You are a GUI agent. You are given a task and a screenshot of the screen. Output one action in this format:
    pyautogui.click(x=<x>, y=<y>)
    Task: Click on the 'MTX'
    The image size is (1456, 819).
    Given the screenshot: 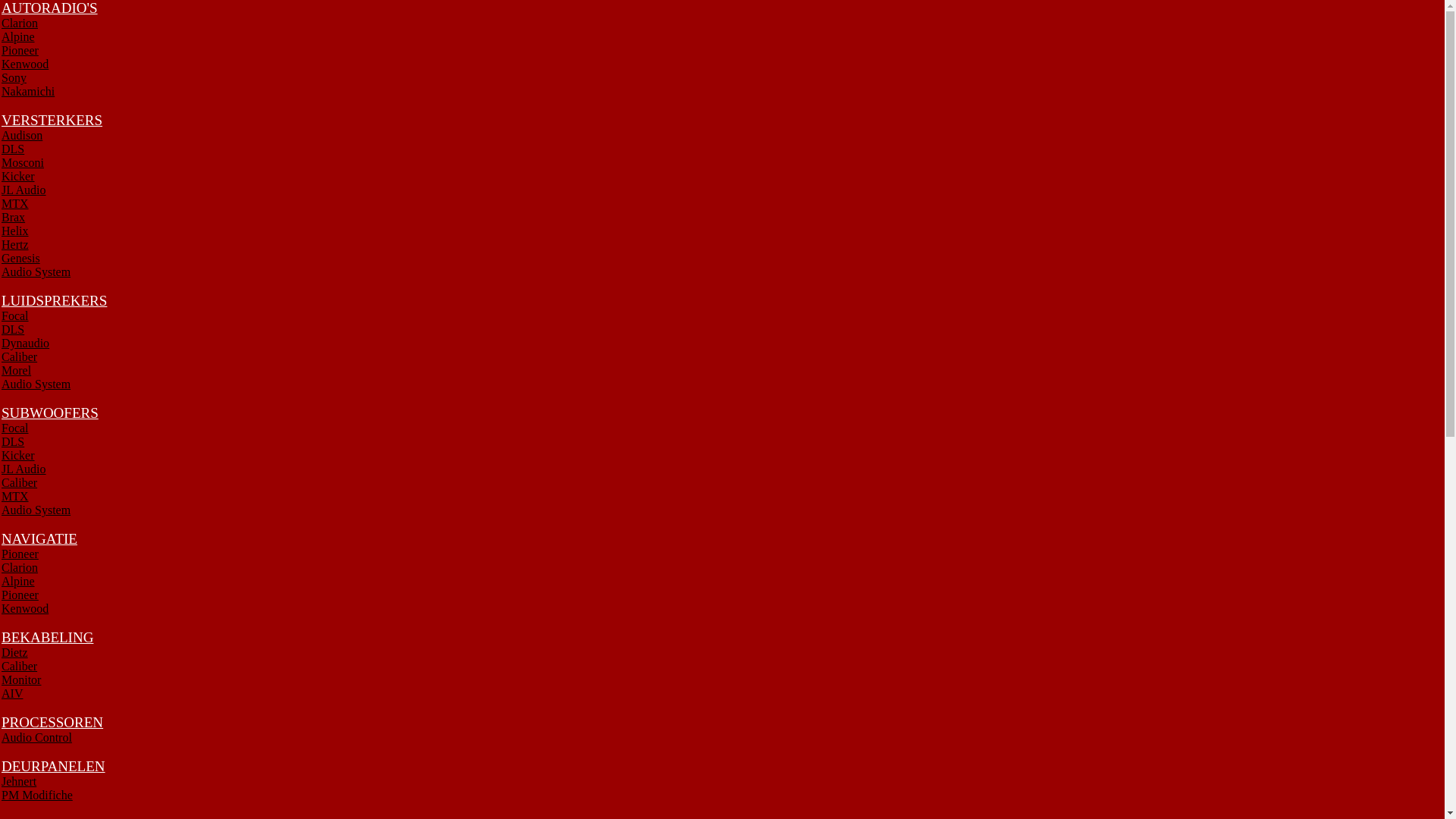 What is the action you would take?
    pyautogui.click(x=1, y=202)
    